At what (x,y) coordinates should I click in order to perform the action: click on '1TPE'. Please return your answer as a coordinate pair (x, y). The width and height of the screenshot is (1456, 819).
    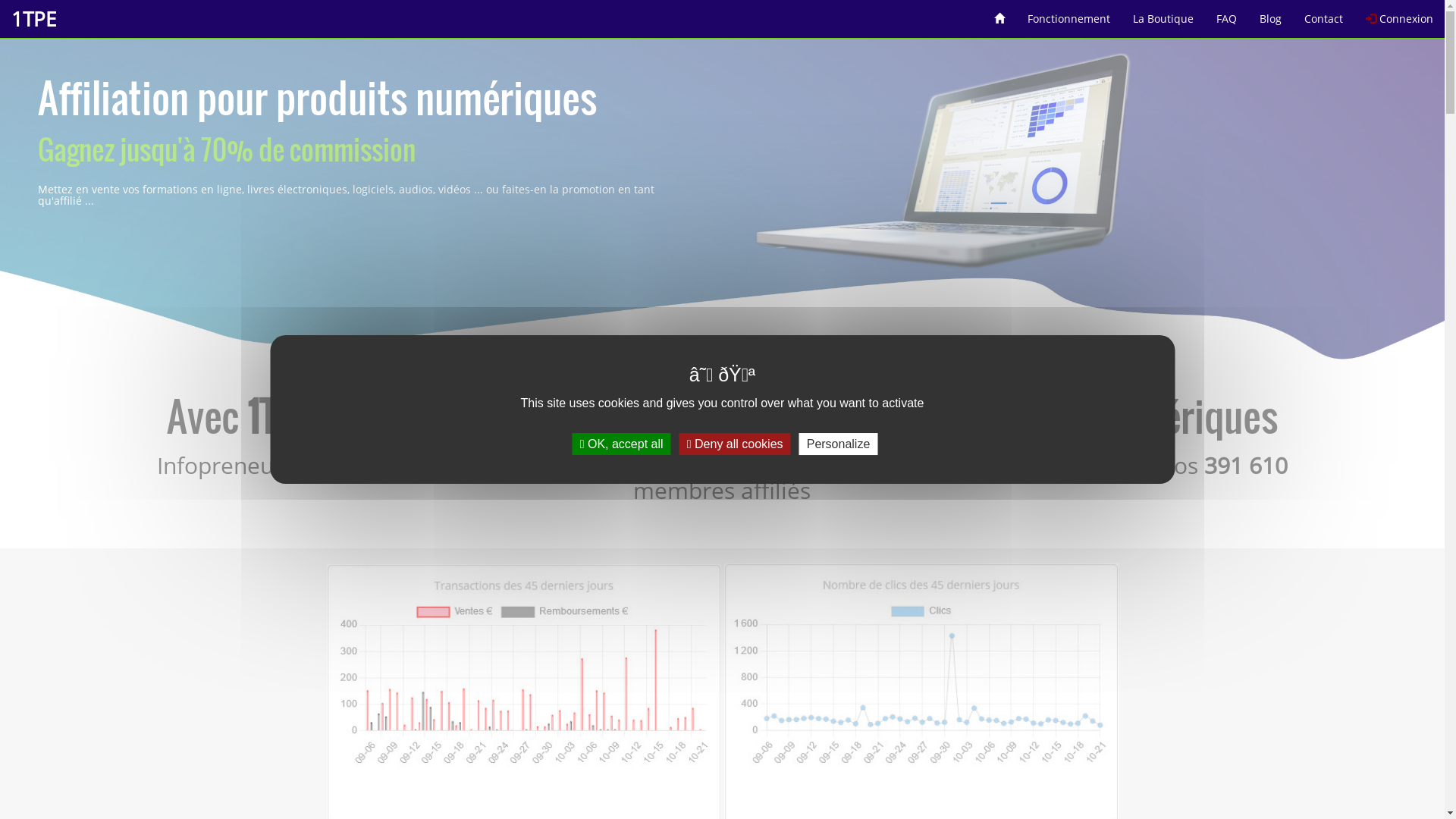
    Looking at the image, I should click on (33, 18).